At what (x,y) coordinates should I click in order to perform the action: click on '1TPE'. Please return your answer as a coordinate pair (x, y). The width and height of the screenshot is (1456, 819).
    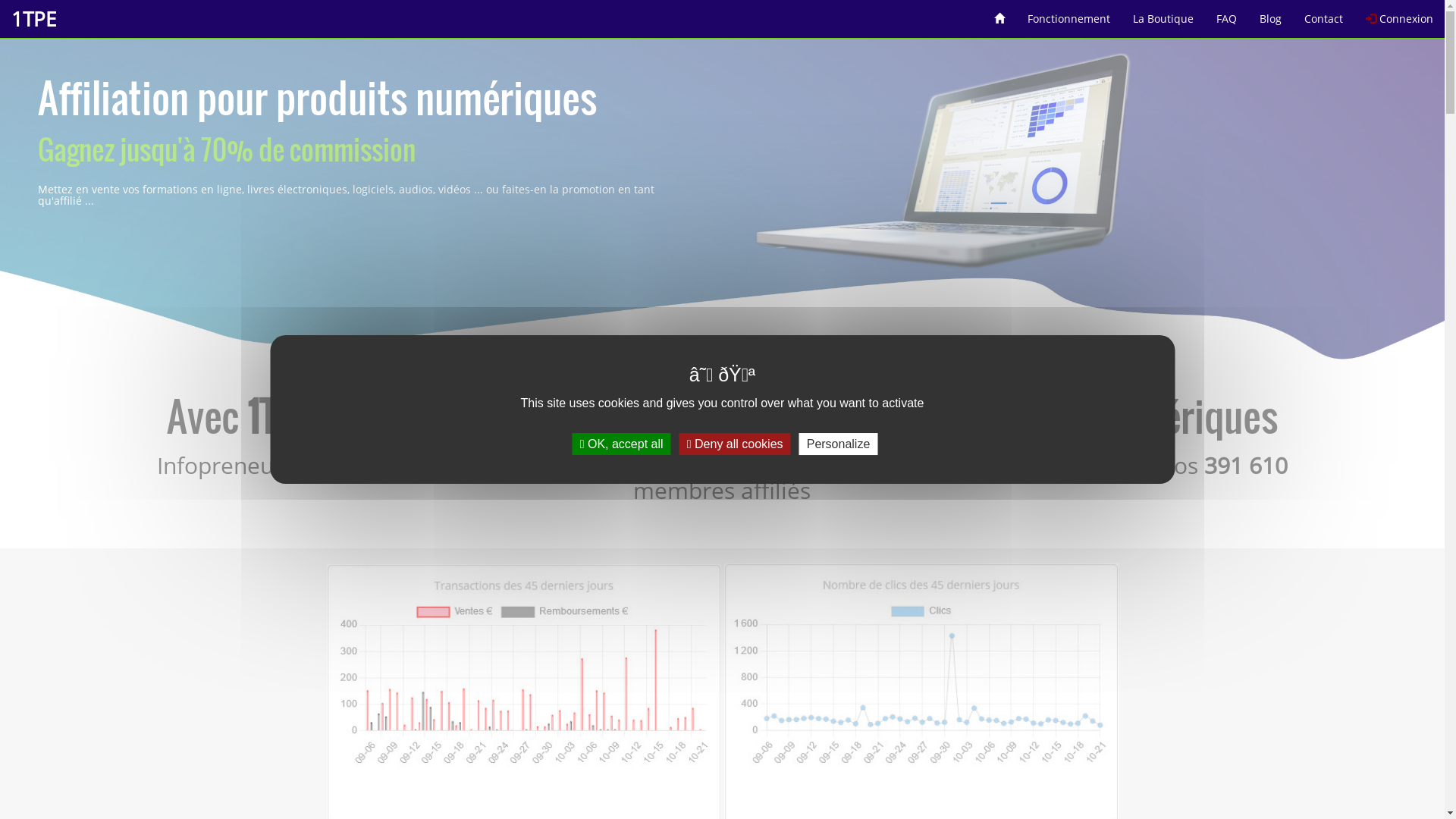
    Looking at the image, I should click on (33, 18).